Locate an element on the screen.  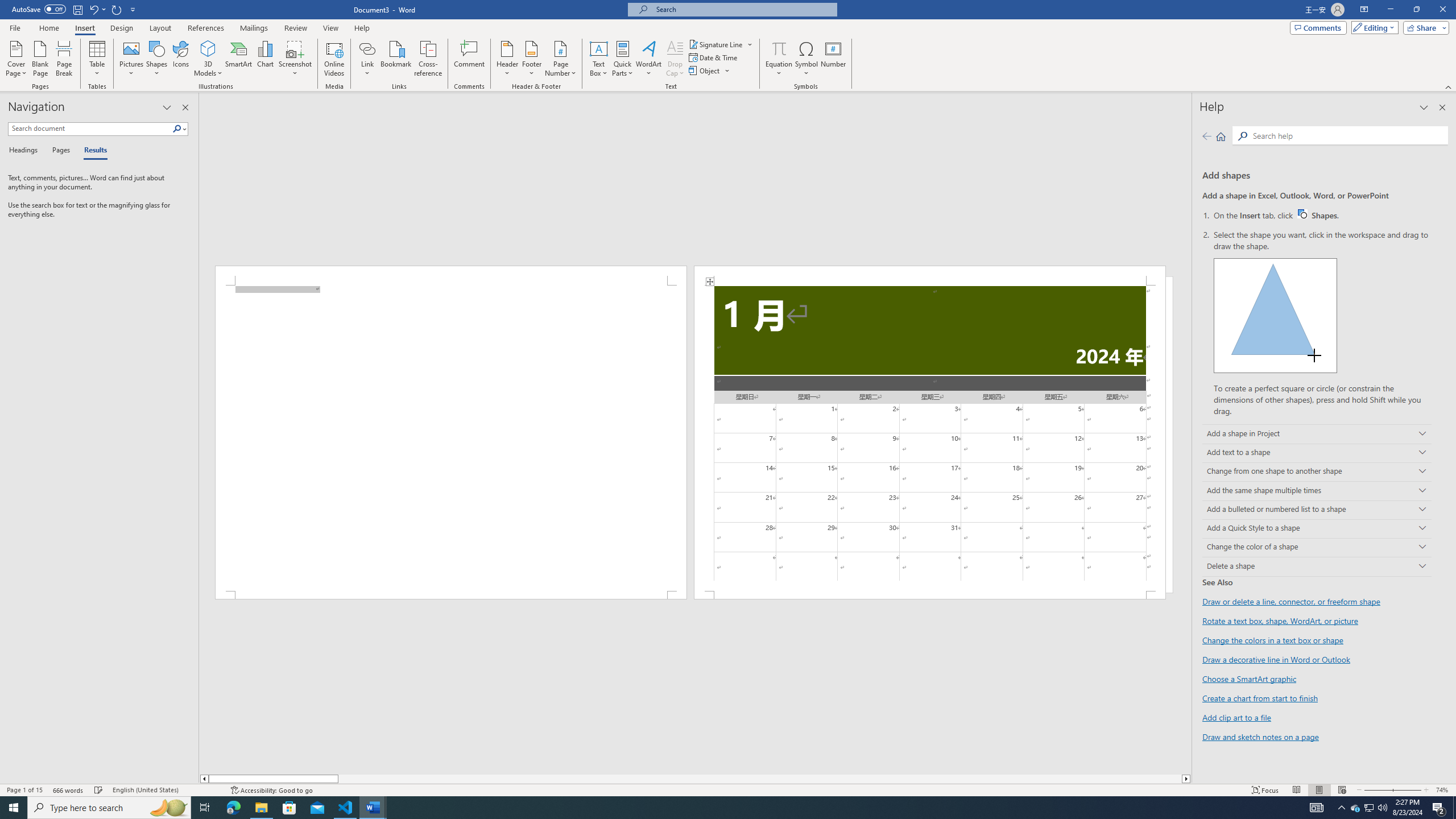
'Collapse the Ribbon' is located at coordinates (1449, 87).